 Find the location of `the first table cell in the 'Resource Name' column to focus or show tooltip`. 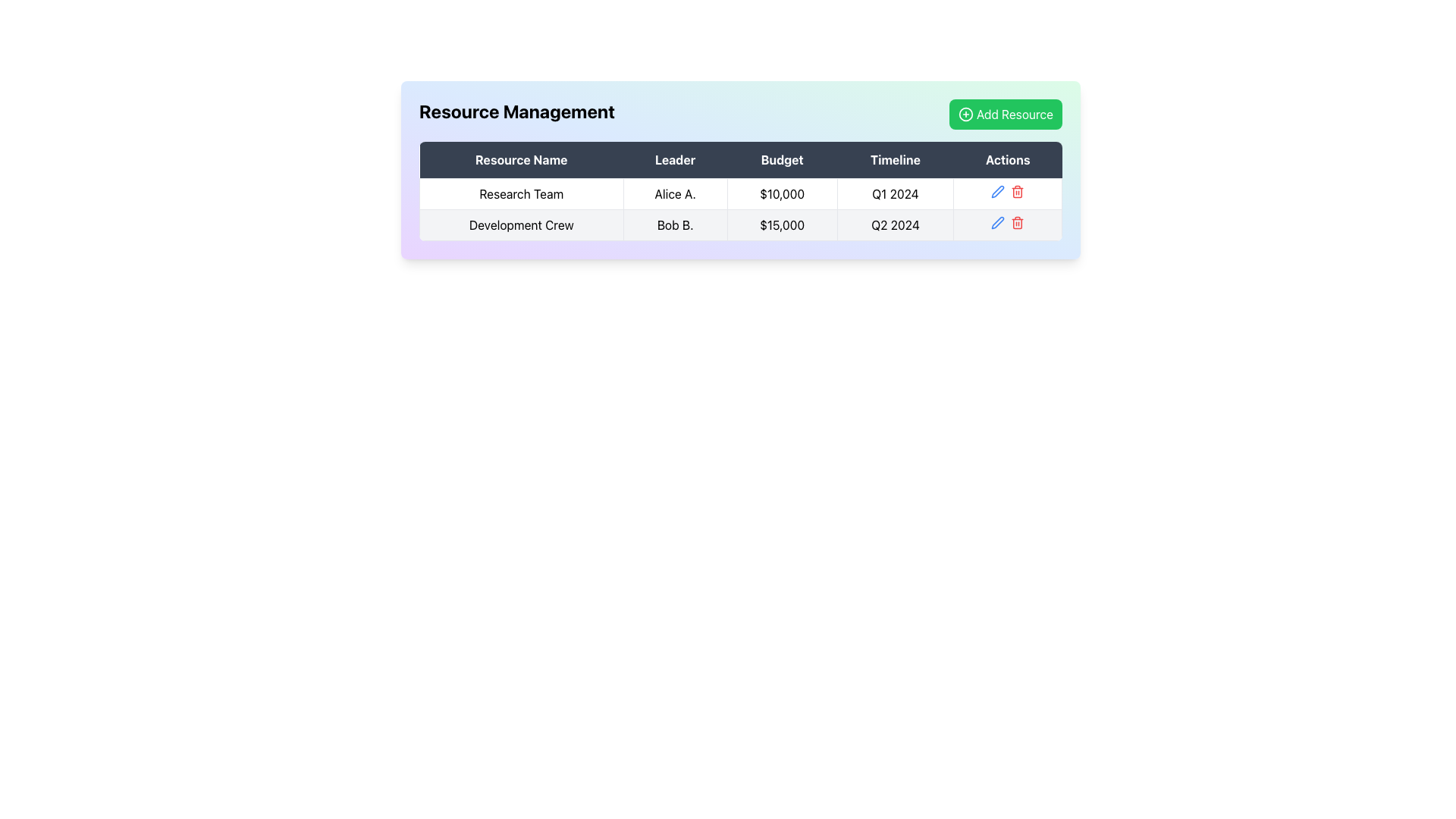

the first table cell in the 'Resource Name' column to focus or show tooltip is located at coordinates (521, 193).